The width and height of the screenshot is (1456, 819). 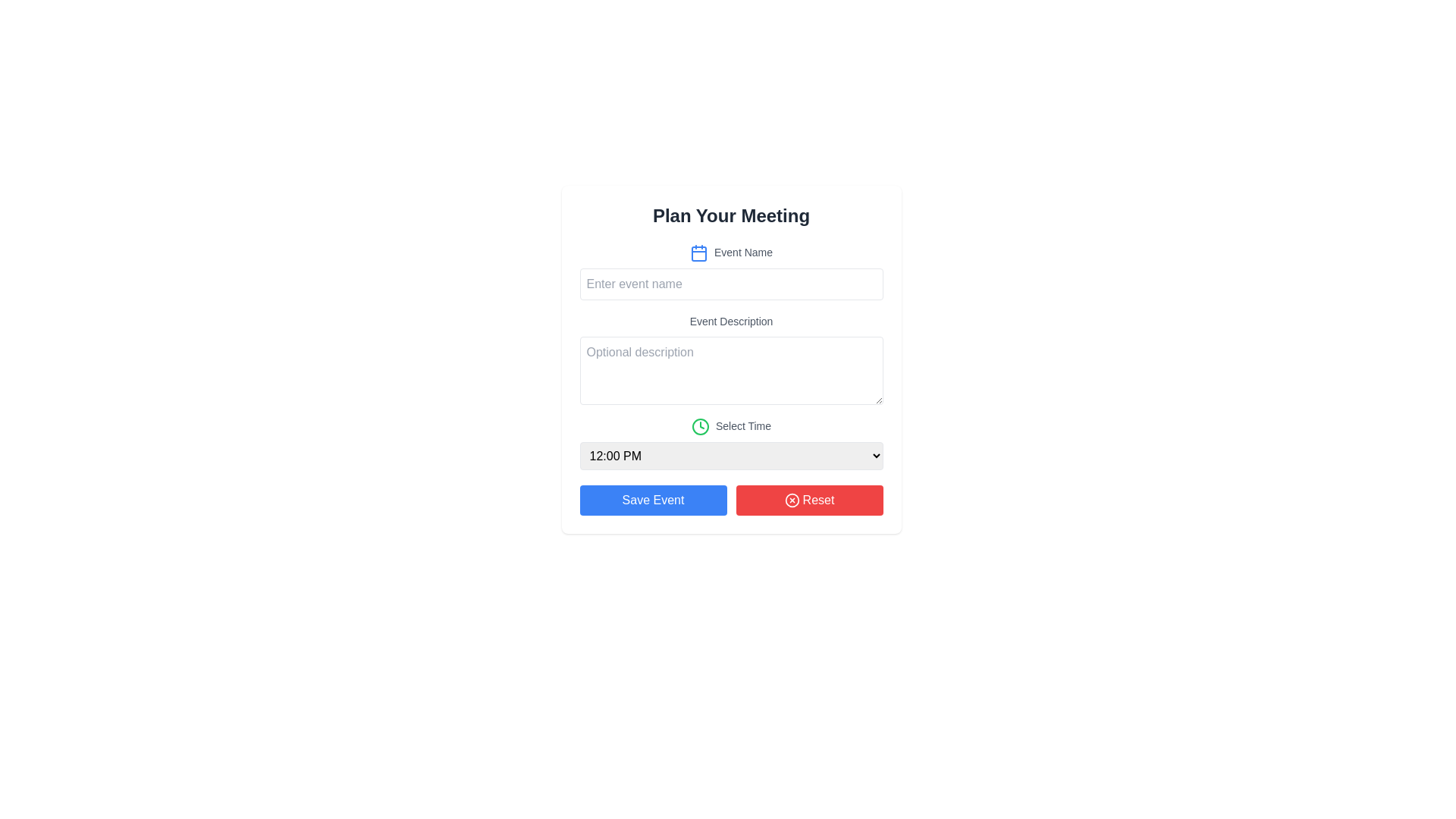 I want to click on the text label that displays 'Event Name', which is styled with small gray font and positioned beside a calendar icon in the 'Plan Your Meeting' form, so click(x=743, y=251).